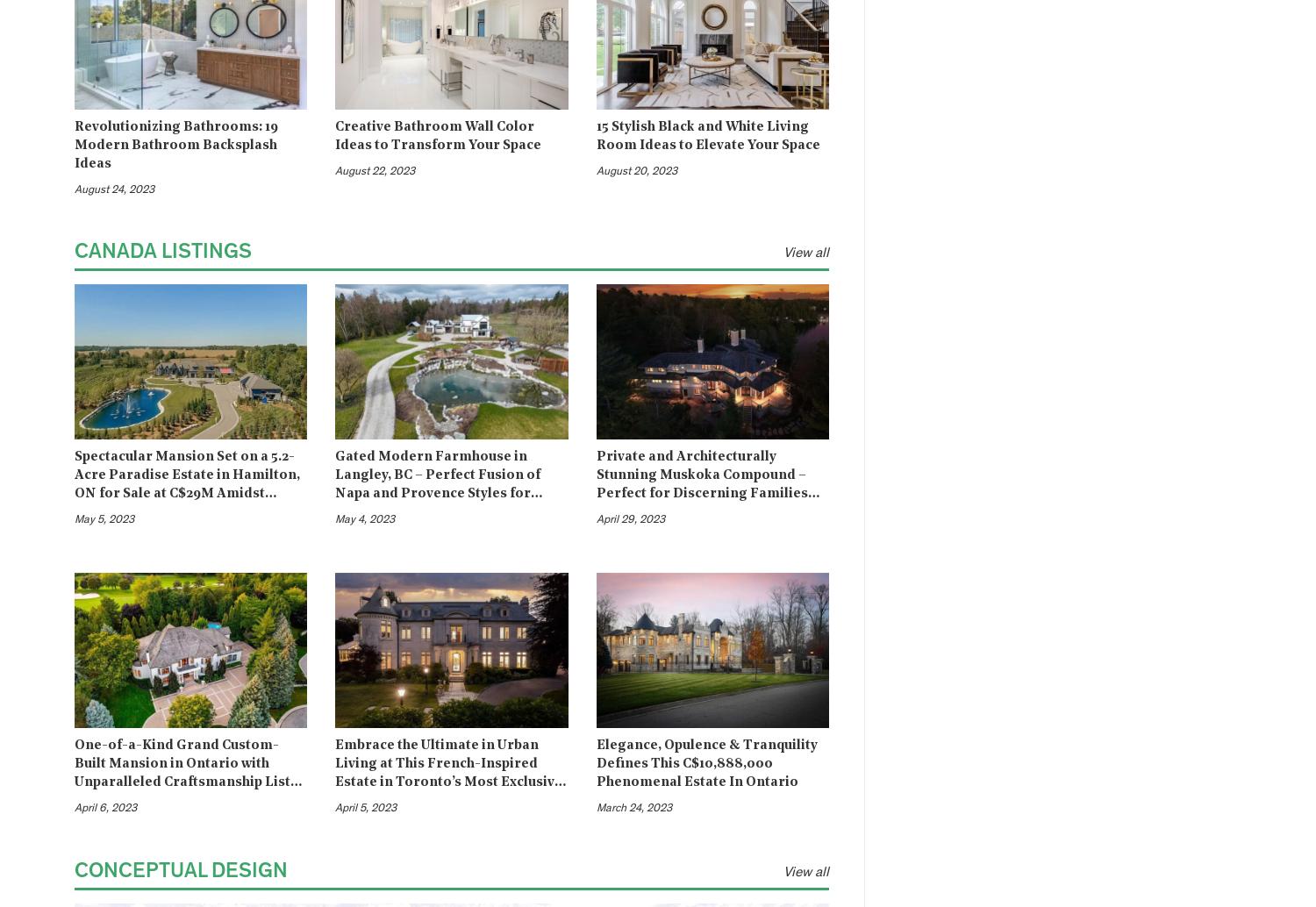 The height and width of the screenshot is (907, 1316). I want to click on 'August 20, 2023', so click(634, 171).